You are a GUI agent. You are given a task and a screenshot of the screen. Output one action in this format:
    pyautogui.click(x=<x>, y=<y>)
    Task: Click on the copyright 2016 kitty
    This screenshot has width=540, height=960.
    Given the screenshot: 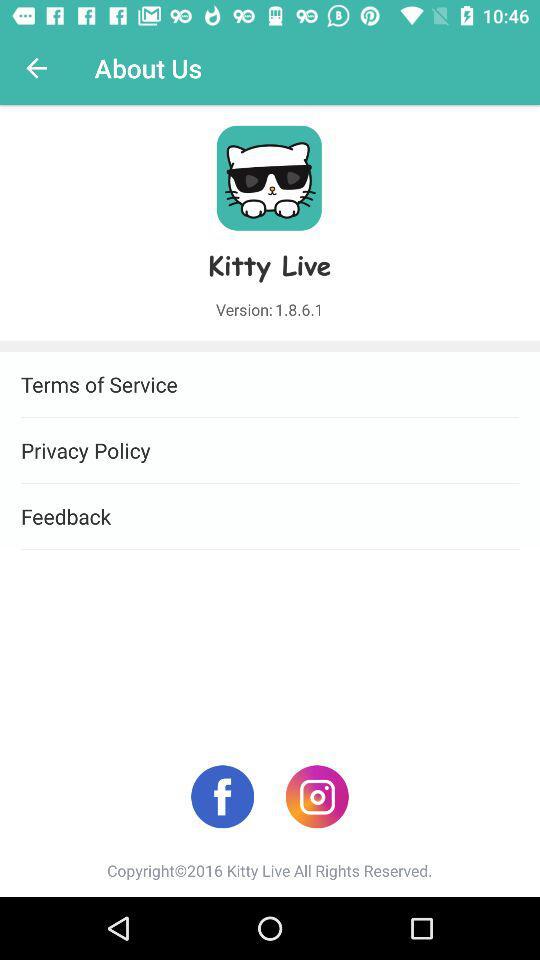 What is the action you would take?
    pyautogui.click(x=269, y=869)
    